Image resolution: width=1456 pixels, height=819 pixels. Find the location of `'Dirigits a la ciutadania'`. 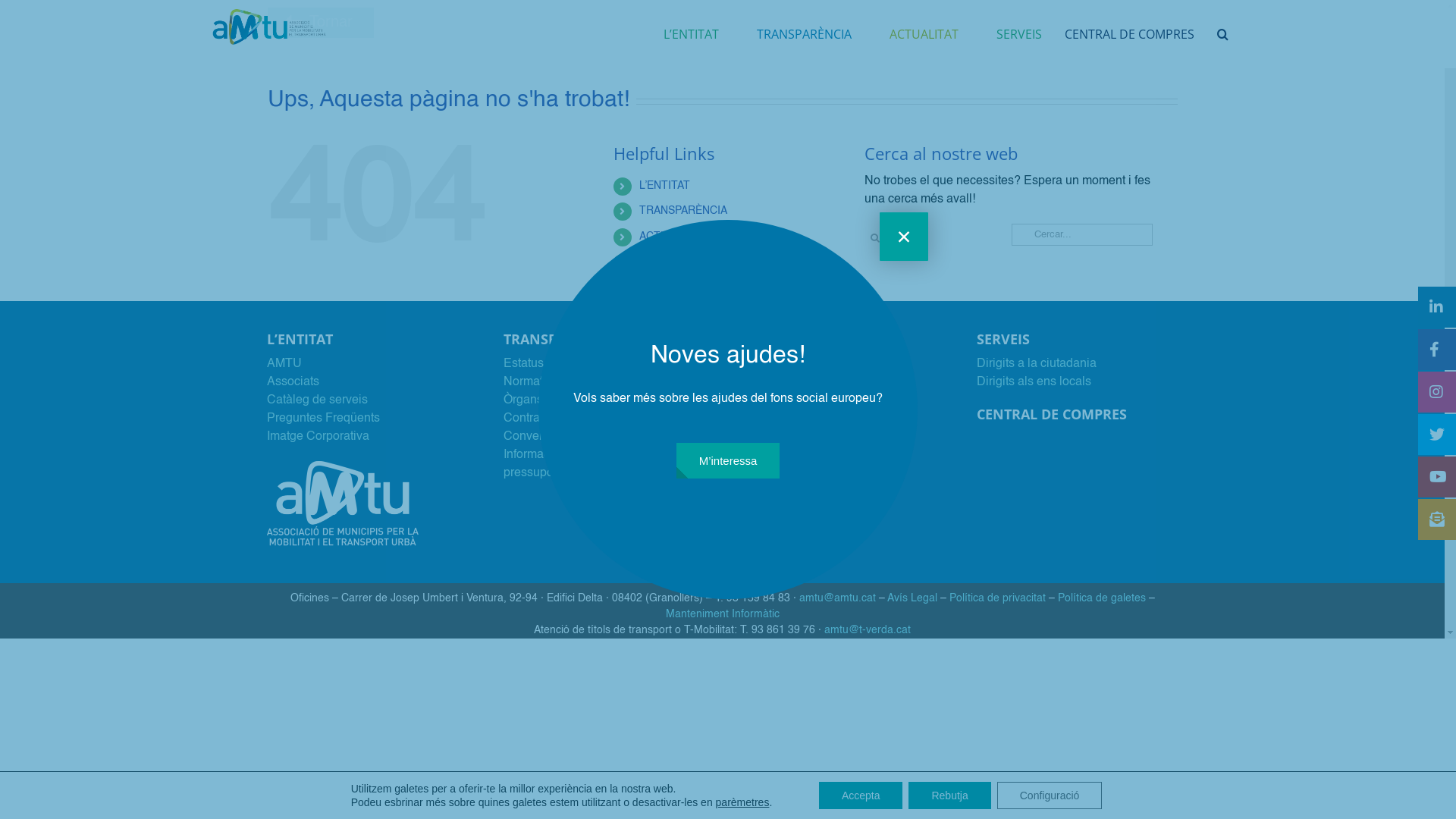

'Dirigits a la ciutadania' is located at coordinates (1036, 363).